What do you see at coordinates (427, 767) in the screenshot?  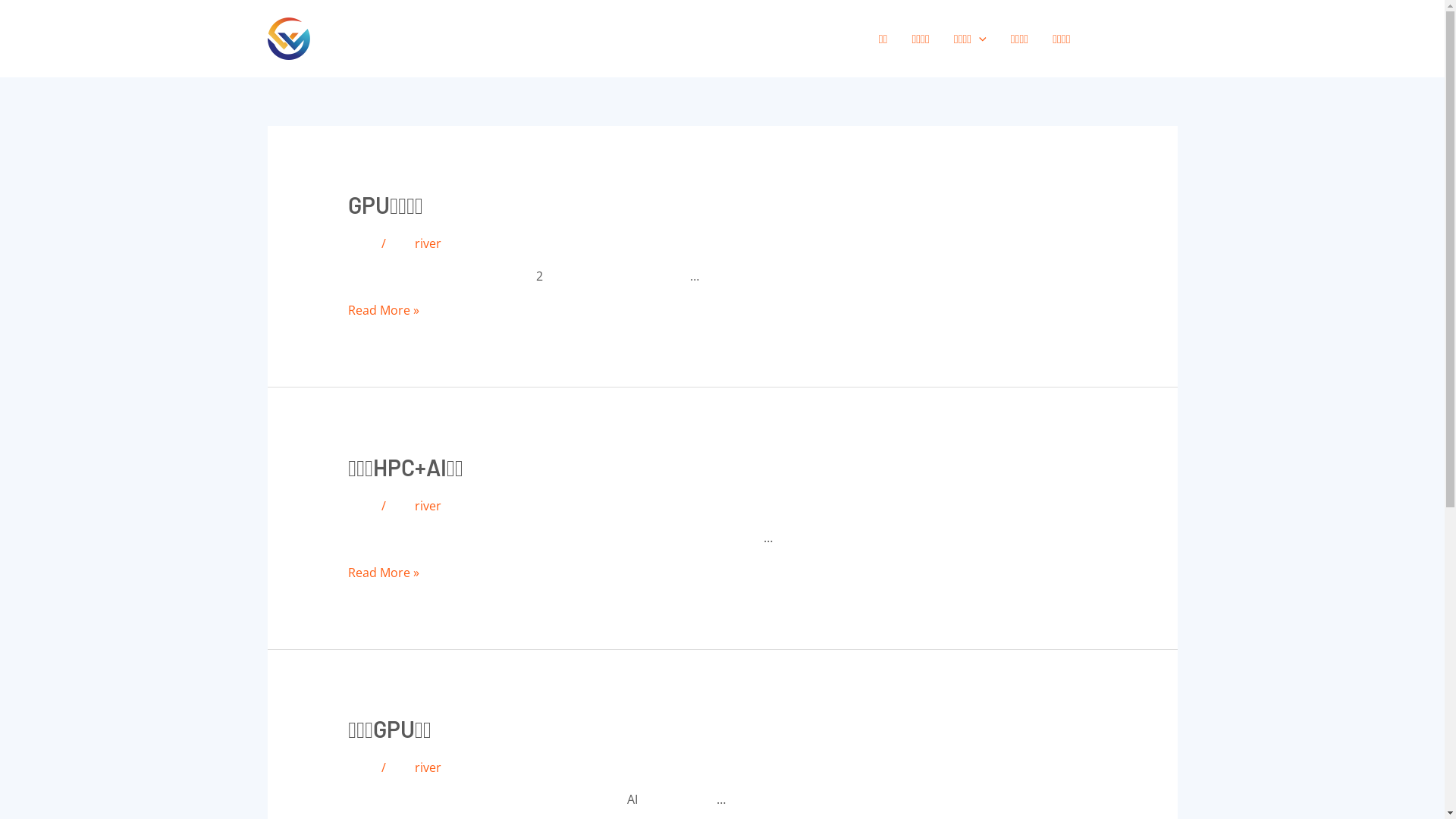 I see `'river'` at bounding box center [427, 767].